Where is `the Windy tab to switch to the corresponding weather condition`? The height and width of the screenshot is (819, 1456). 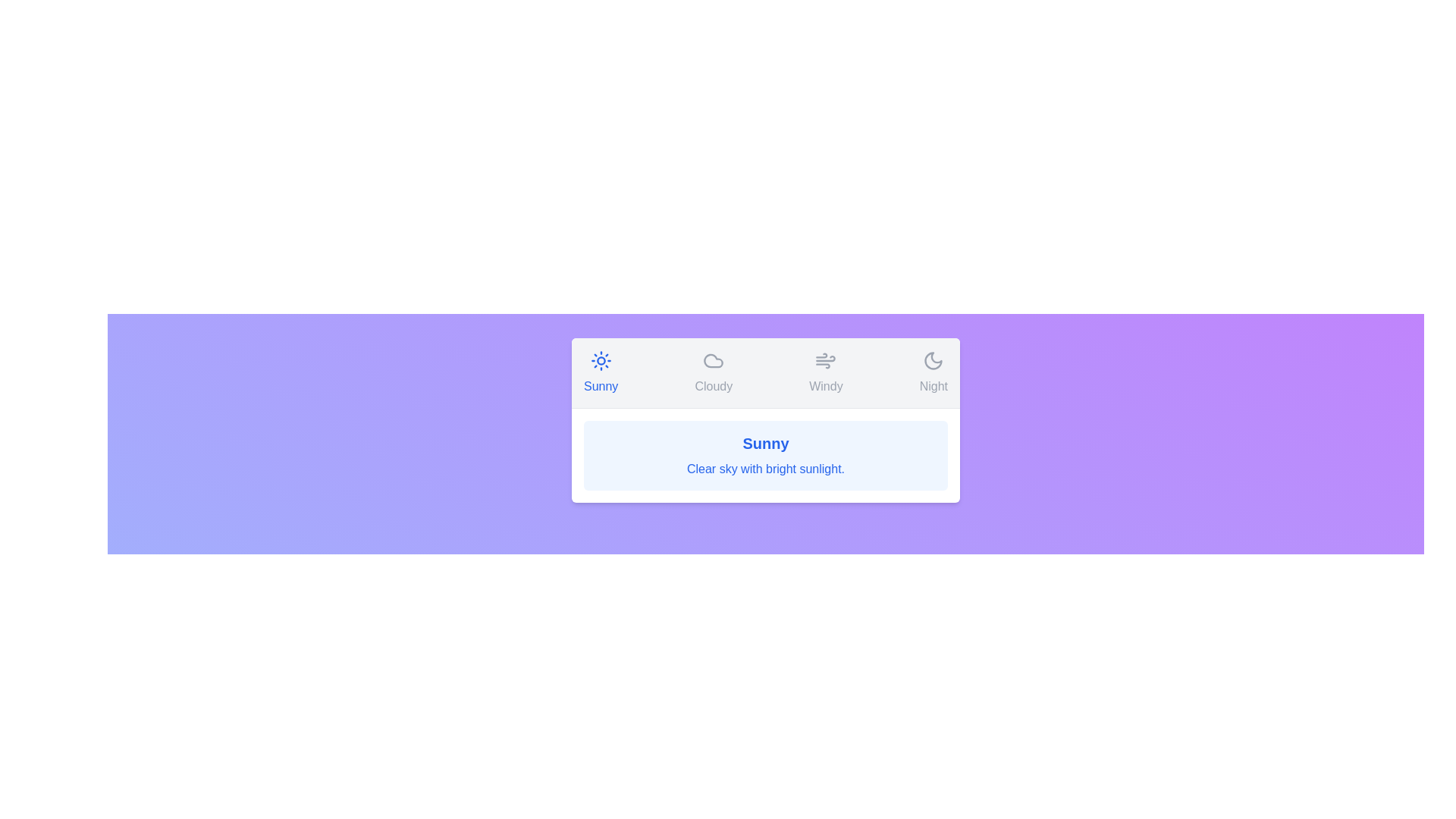 the Windy tab to switch to the corresponding weather condition is located at coordinates (825, 373).